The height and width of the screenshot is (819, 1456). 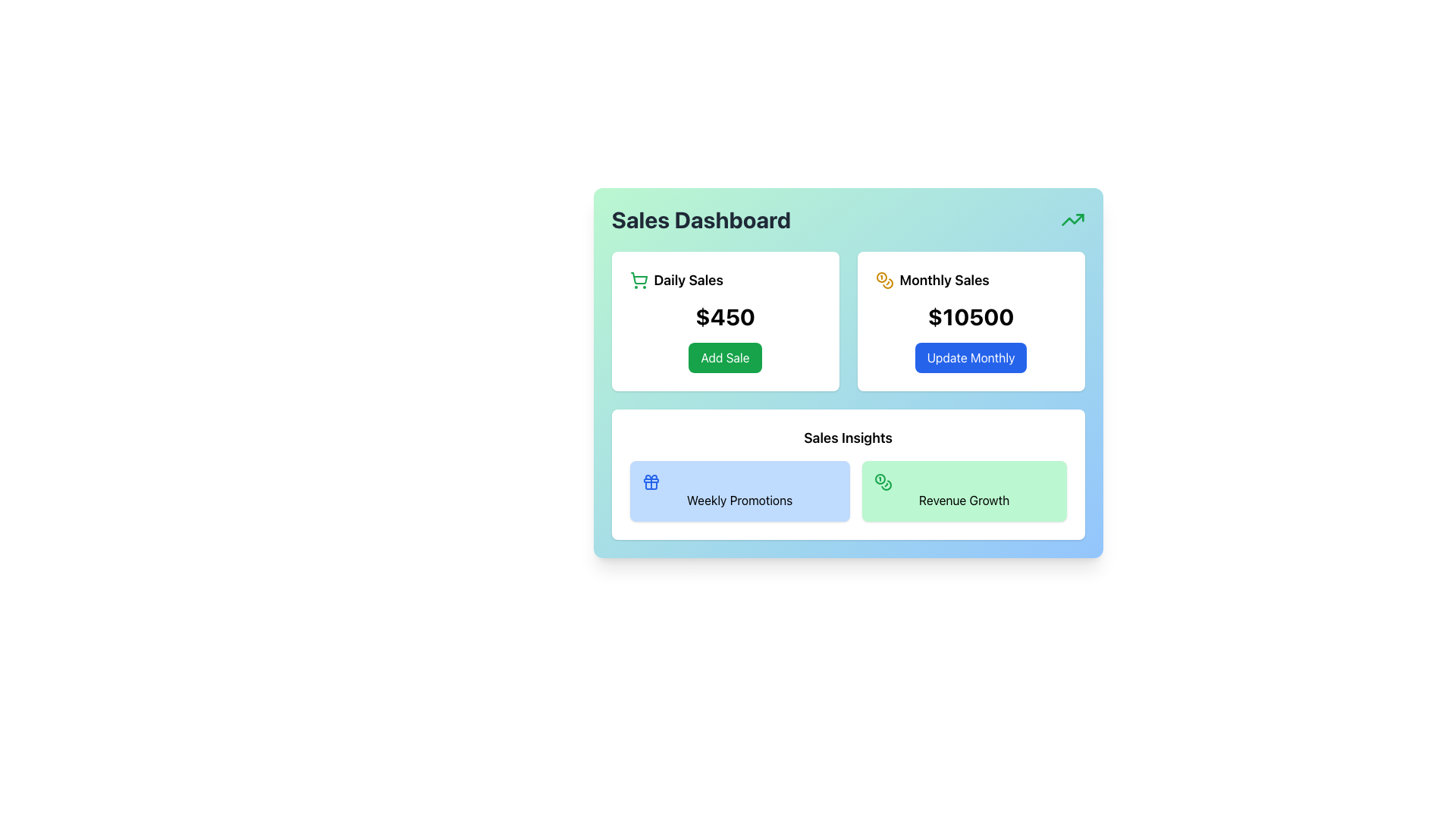 What do you see at coordinates (639, 278) in the screenshot?
I see `the shopping cart icon located in the header of the 'Daily Sales' card within the 'Sales Dashboard' section` at bounding box center [639, 278].